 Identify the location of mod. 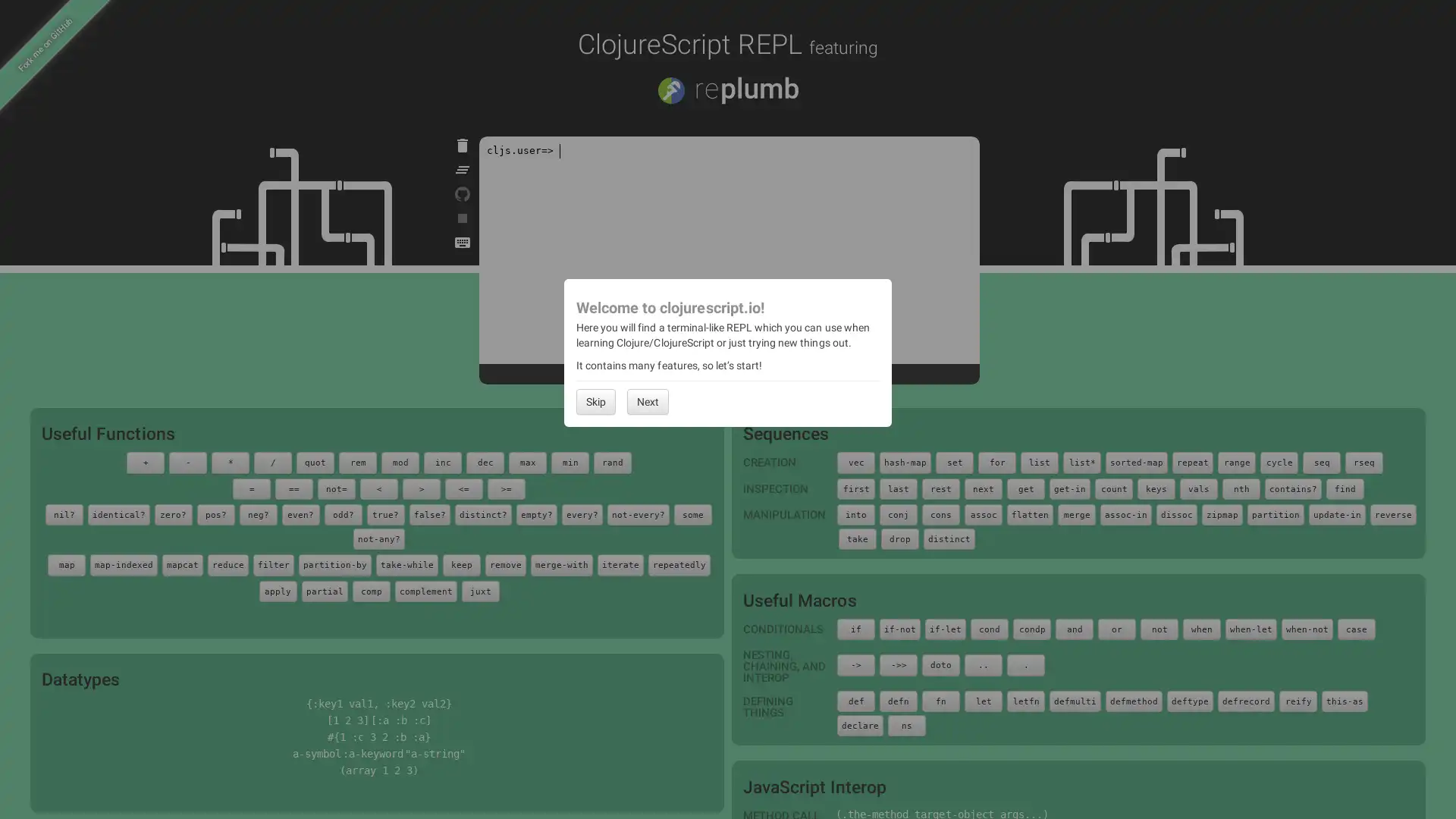
(400, 461).